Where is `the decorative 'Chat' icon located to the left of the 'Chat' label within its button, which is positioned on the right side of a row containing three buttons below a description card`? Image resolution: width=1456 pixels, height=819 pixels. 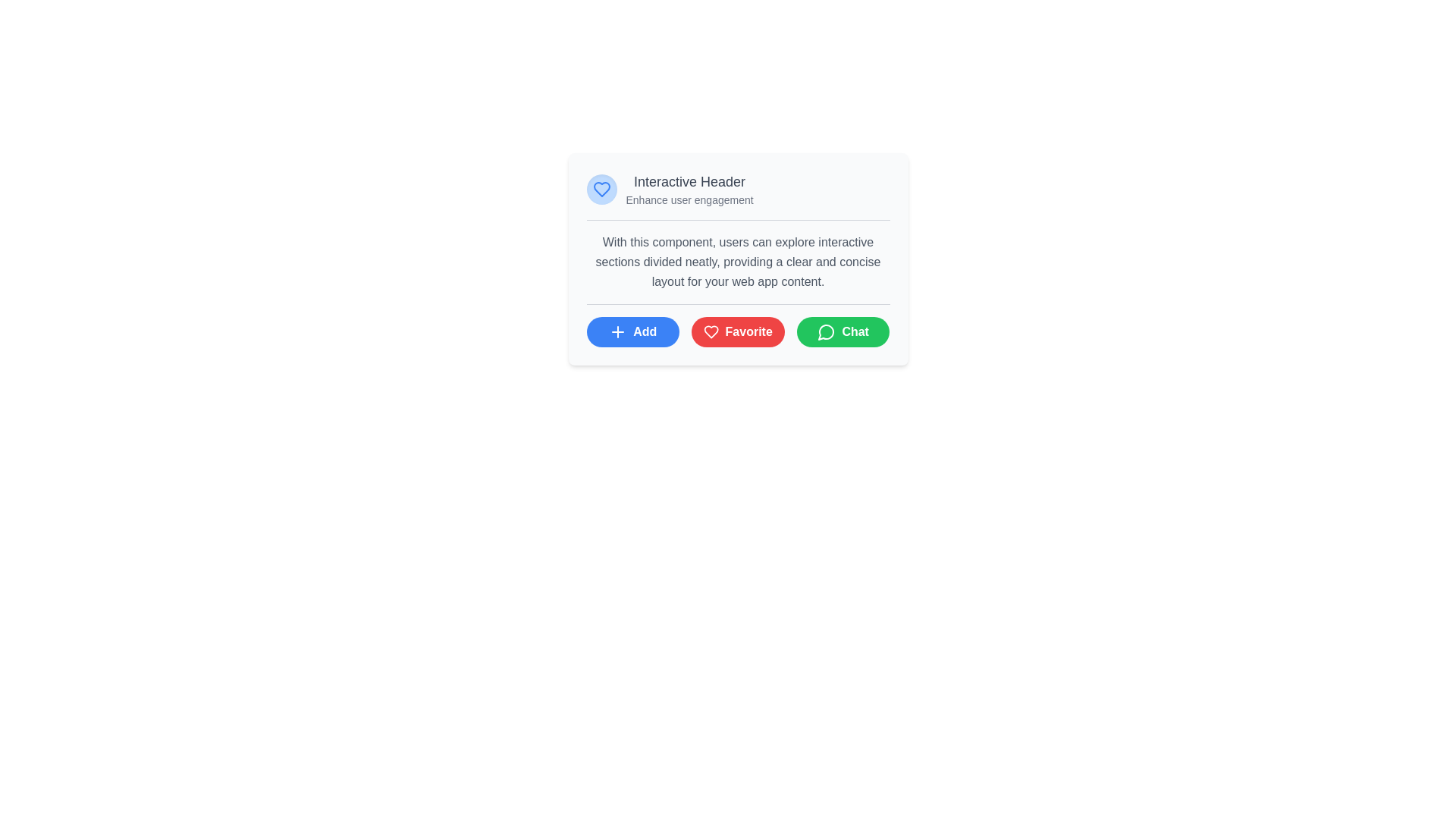
the decorative 'Chat' icon located to the left of the 'Chat' label within its button, which is positioned on the right side of a row containing three buttons below a description card is located at coordinates (826, 331).